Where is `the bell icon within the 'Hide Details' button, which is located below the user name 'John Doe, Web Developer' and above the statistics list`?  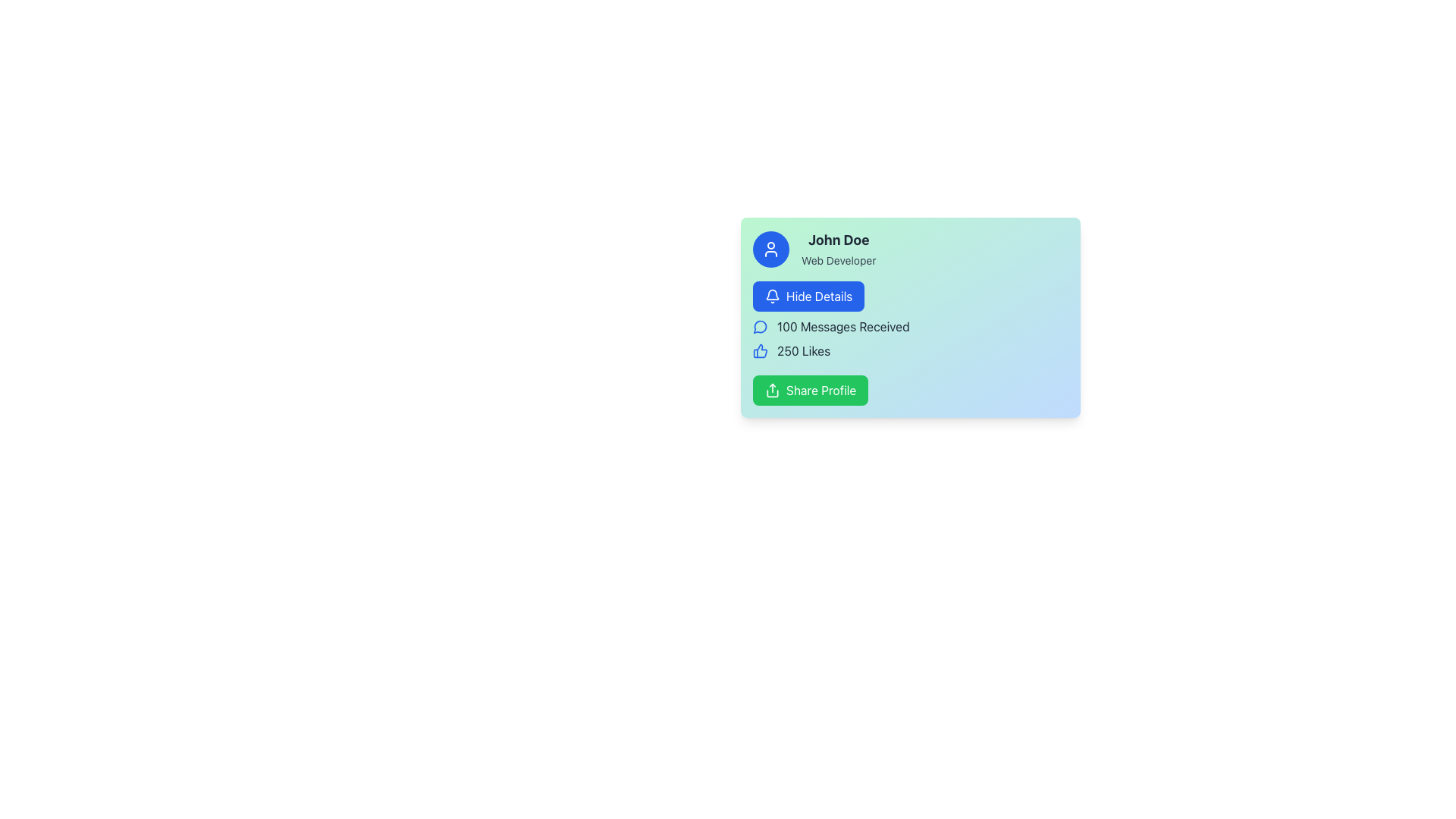
the bell icon within the 'Hide Details' button, which is located below the user name 'John Doe, Web Developer' and above the statistics list is located at coordinates (772, 296).